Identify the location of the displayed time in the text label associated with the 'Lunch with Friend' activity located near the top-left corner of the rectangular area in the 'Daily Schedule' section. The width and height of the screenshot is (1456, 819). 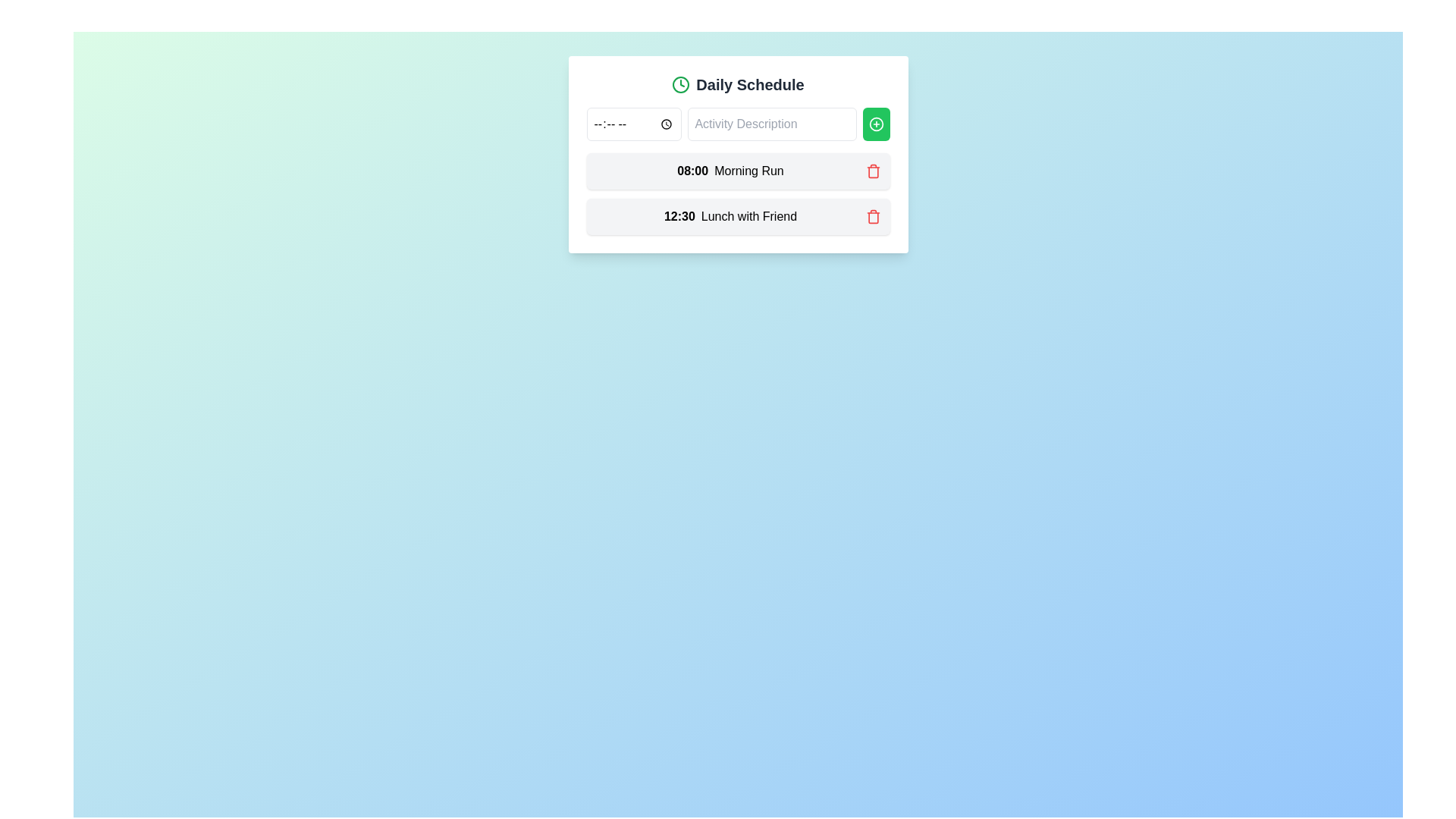
(679, 216).